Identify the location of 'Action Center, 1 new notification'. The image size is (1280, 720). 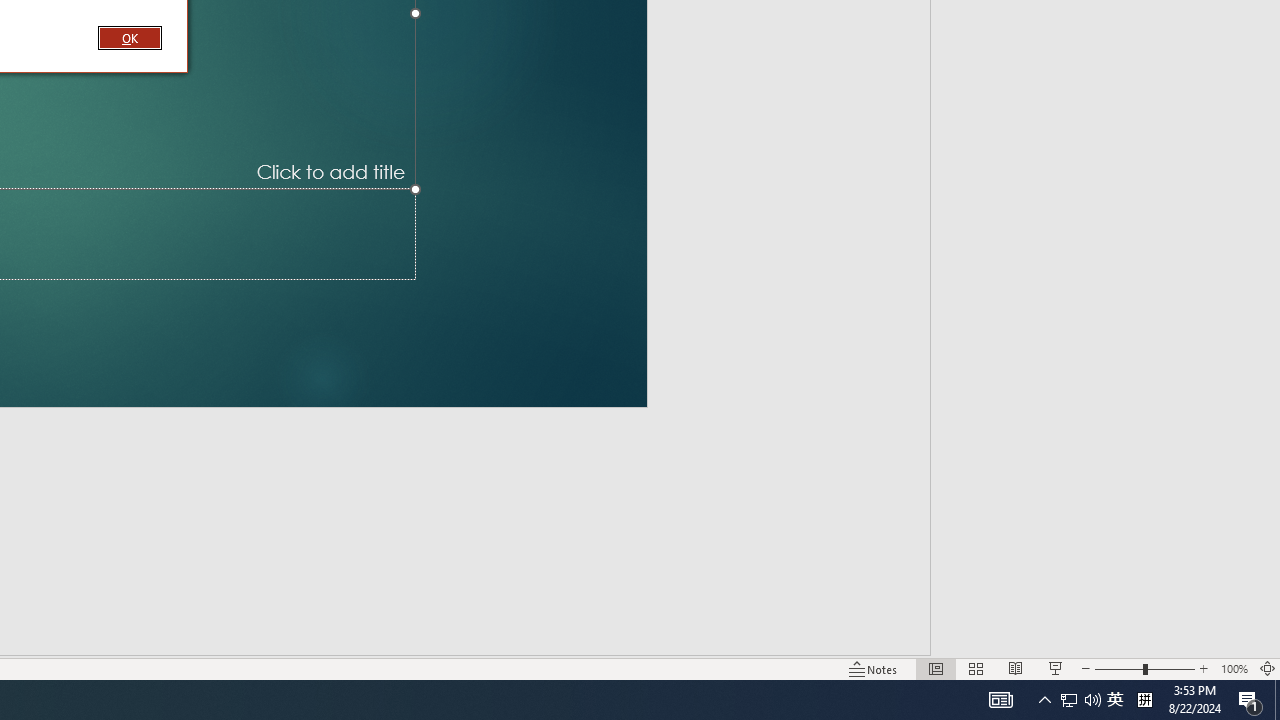
(1250, 698).